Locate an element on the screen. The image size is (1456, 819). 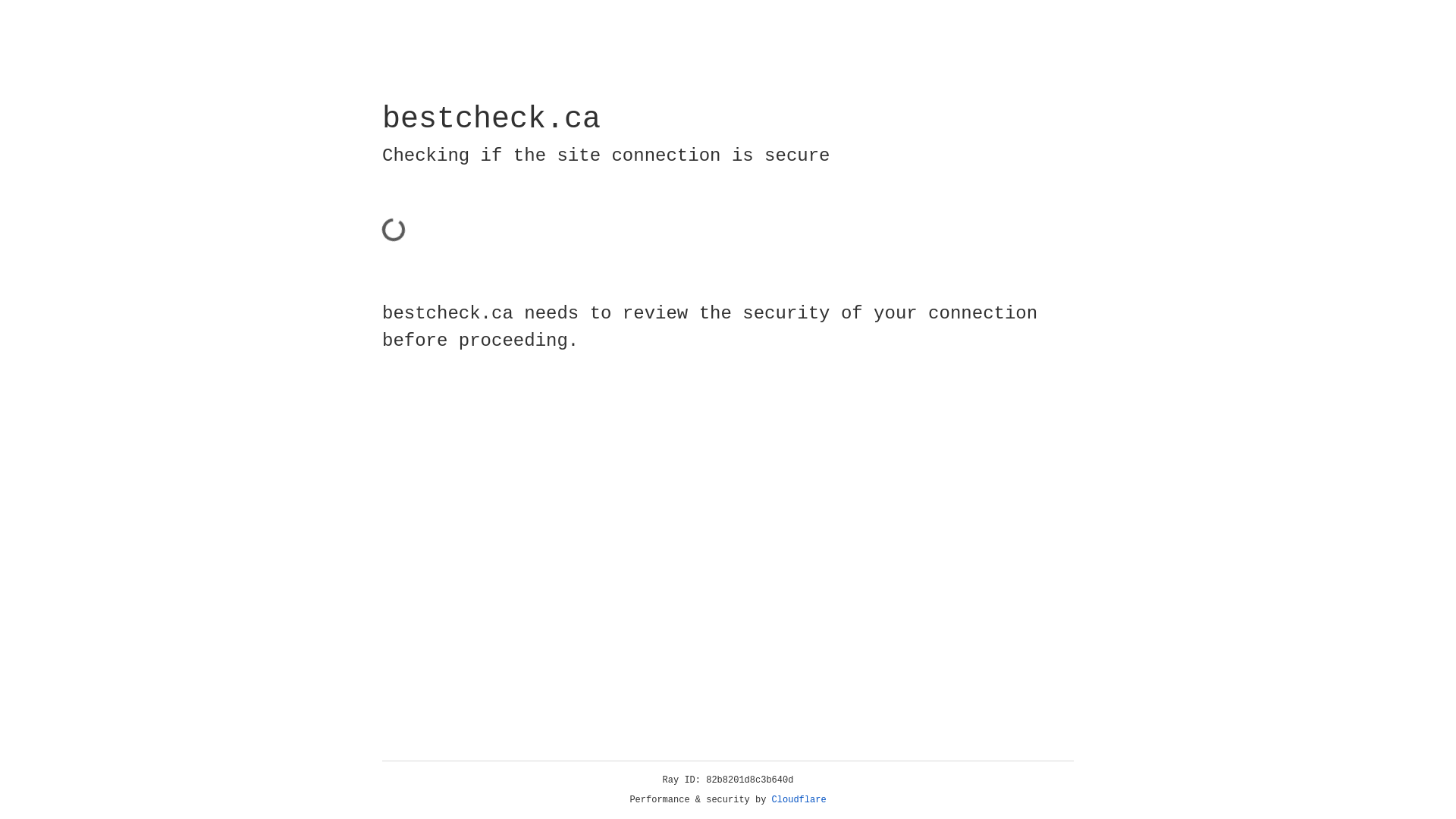
'Cloudflare' is located at coordinates (799, 799).